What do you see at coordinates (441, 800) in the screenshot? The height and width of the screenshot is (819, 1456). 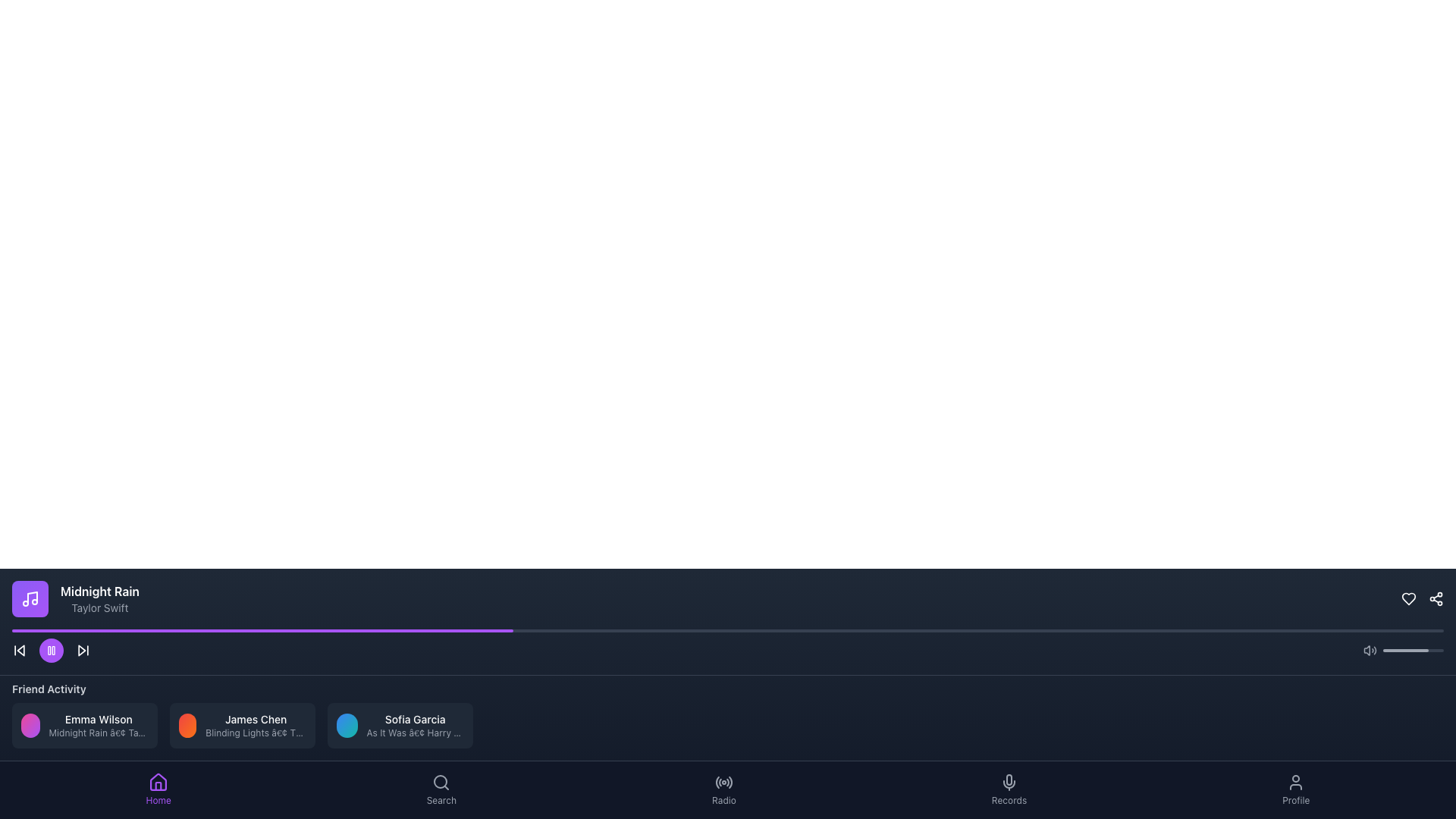 I see `the 'Search' text label located in the bottom navigation bar, which is positioned centrally beneath the magnifying glass icon` at bounding box center [441, 800].